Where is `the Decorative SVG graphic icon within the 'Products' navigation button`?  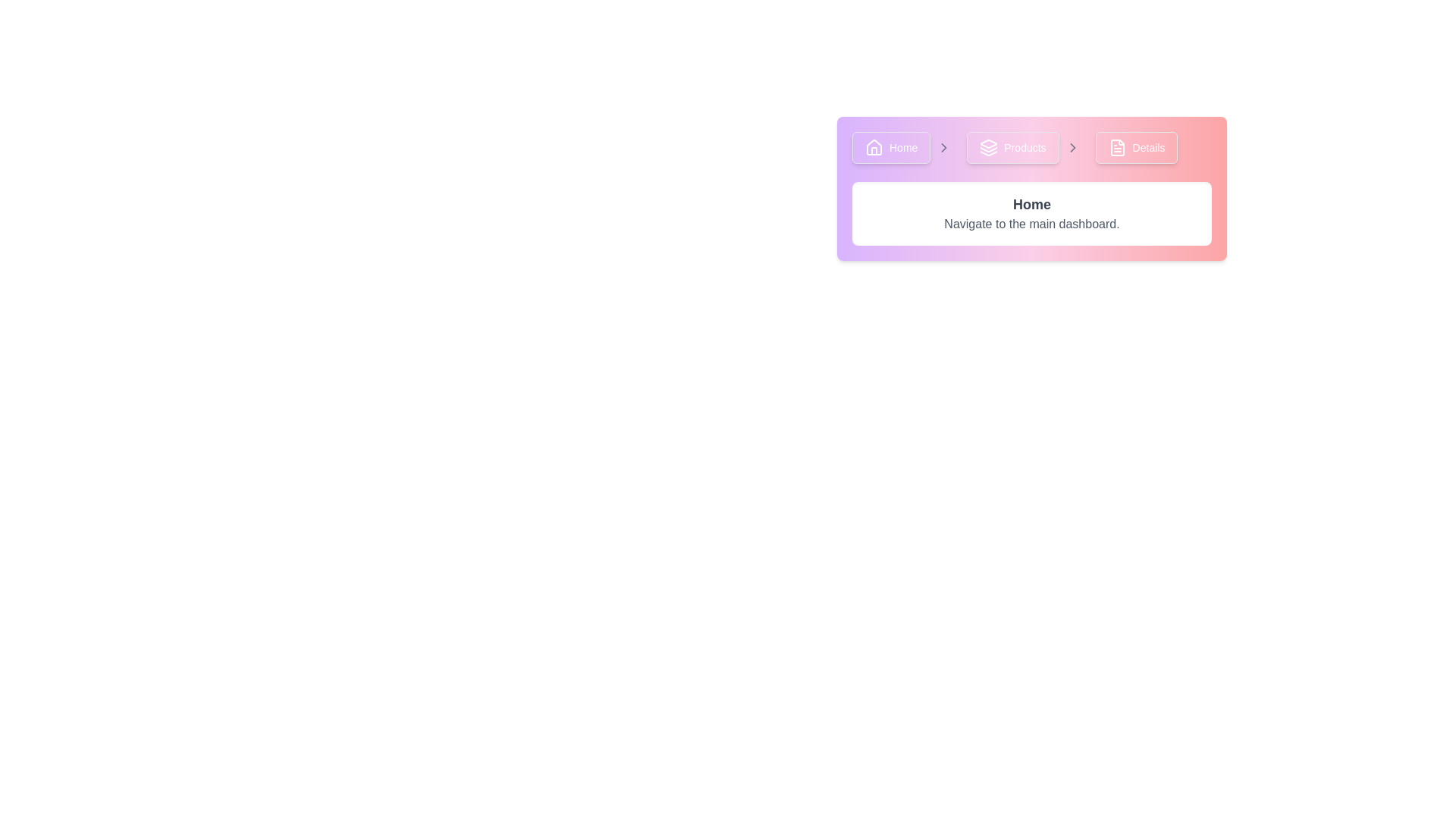
the Decorative SVG graphic icon within the 'Products' navigation button is located at coordinates (989, 143).